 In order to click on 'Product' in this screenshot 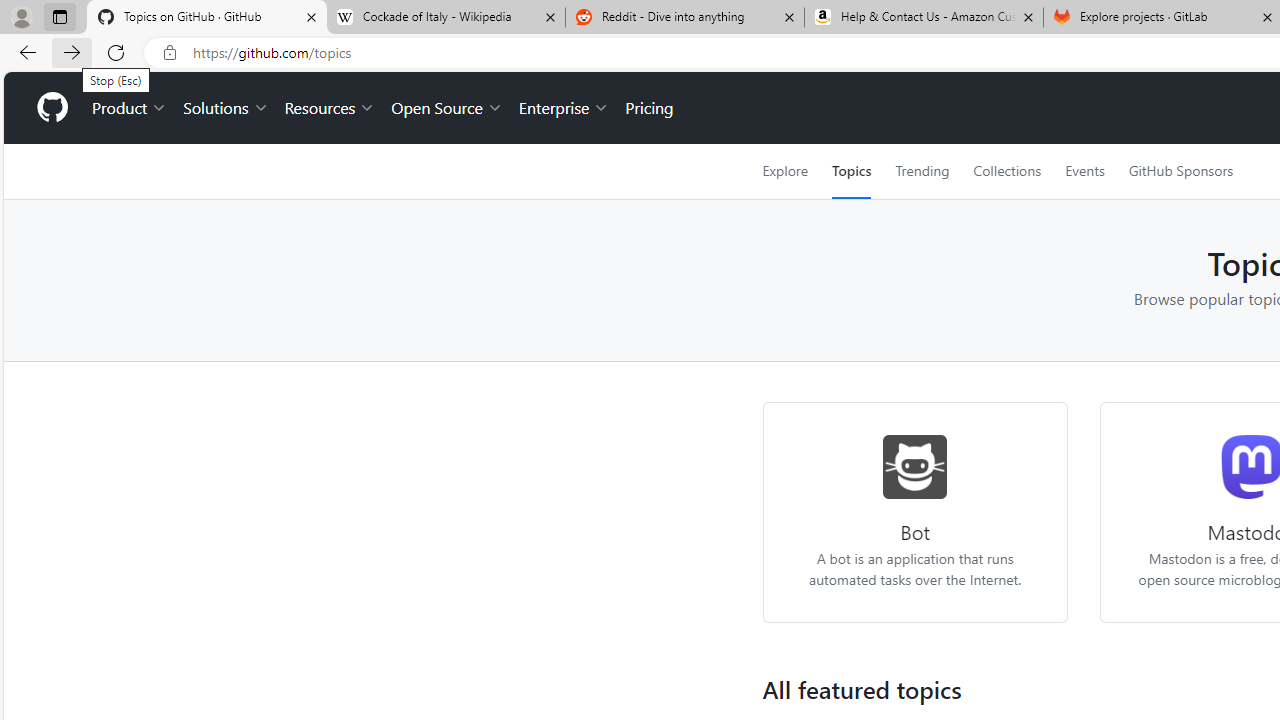, I will do `click(129, 108)`.